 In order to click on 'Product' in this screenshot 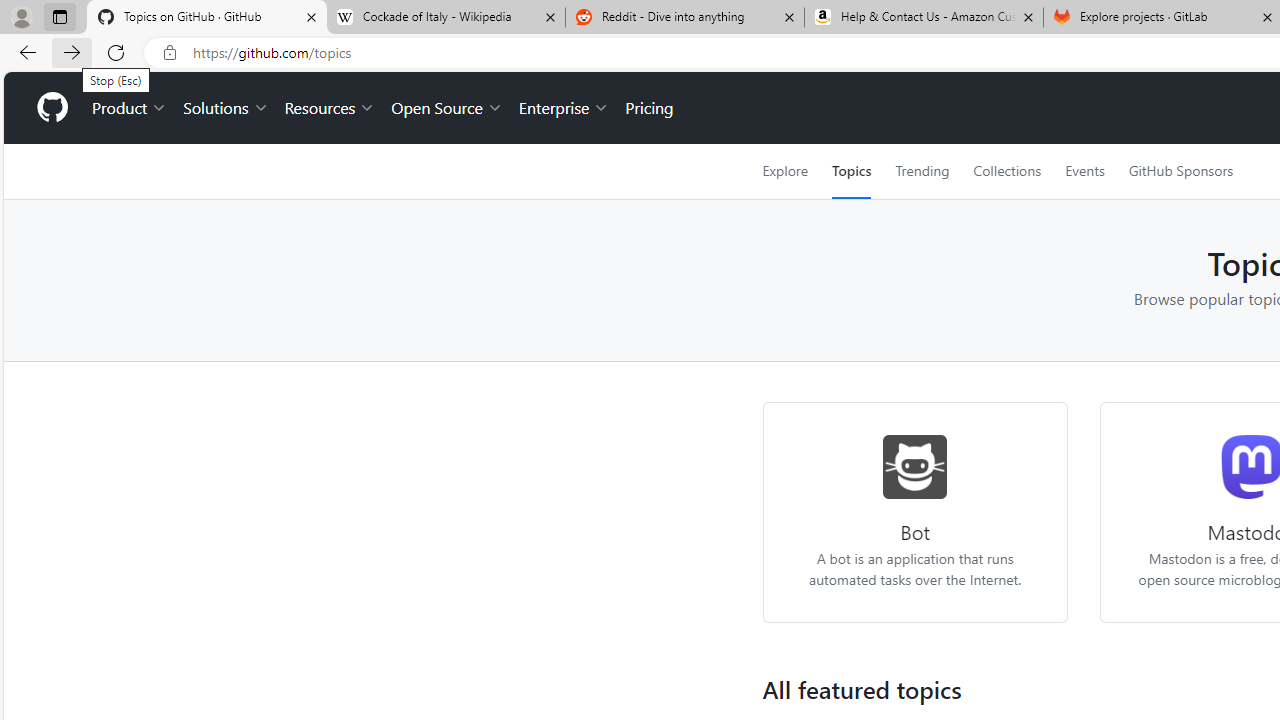, I will do `click(129, 108)`.